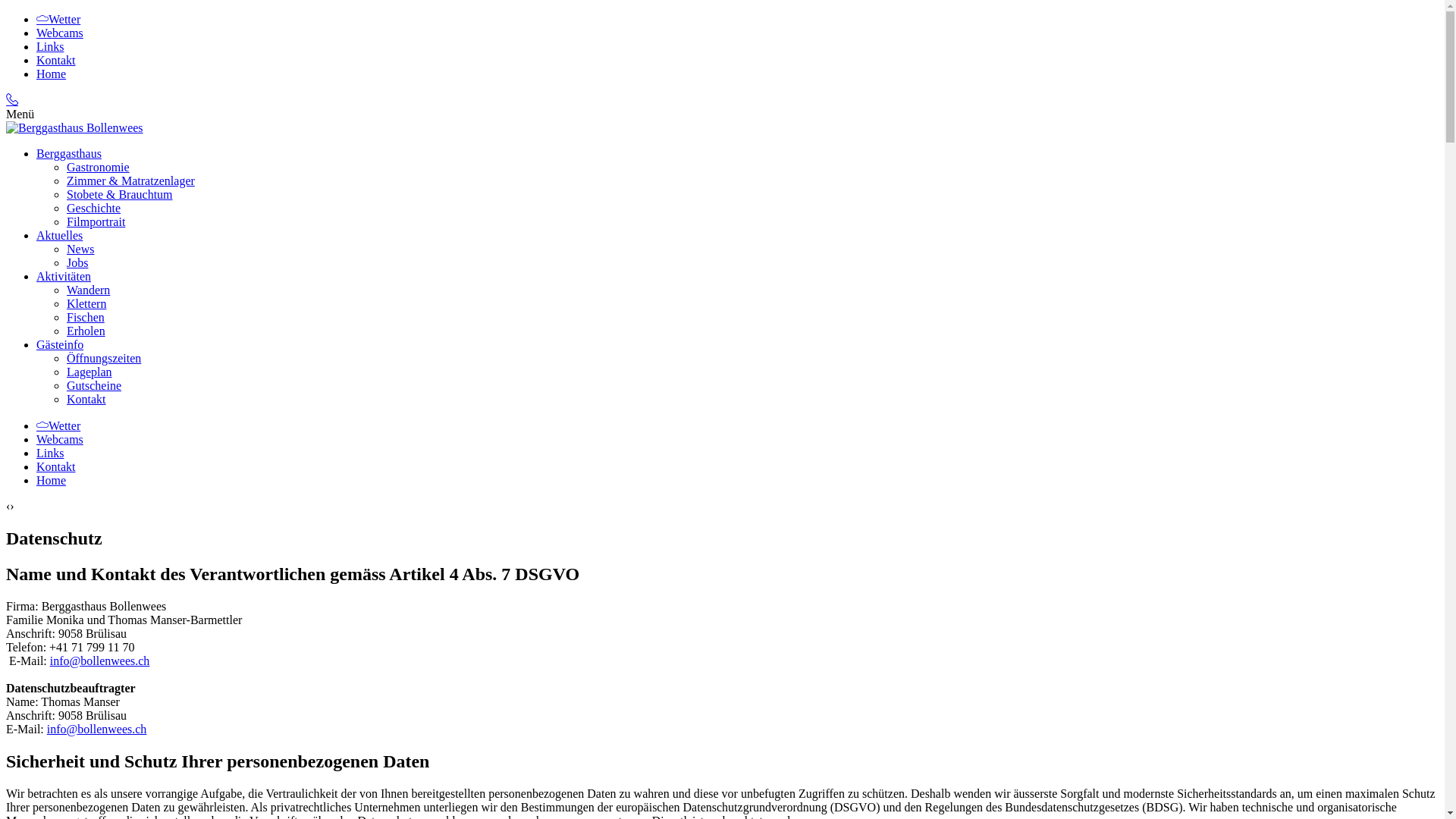 The height and width of the screenshot is (819, 1456). I want to click on 'Erholen', so click(85, 330).